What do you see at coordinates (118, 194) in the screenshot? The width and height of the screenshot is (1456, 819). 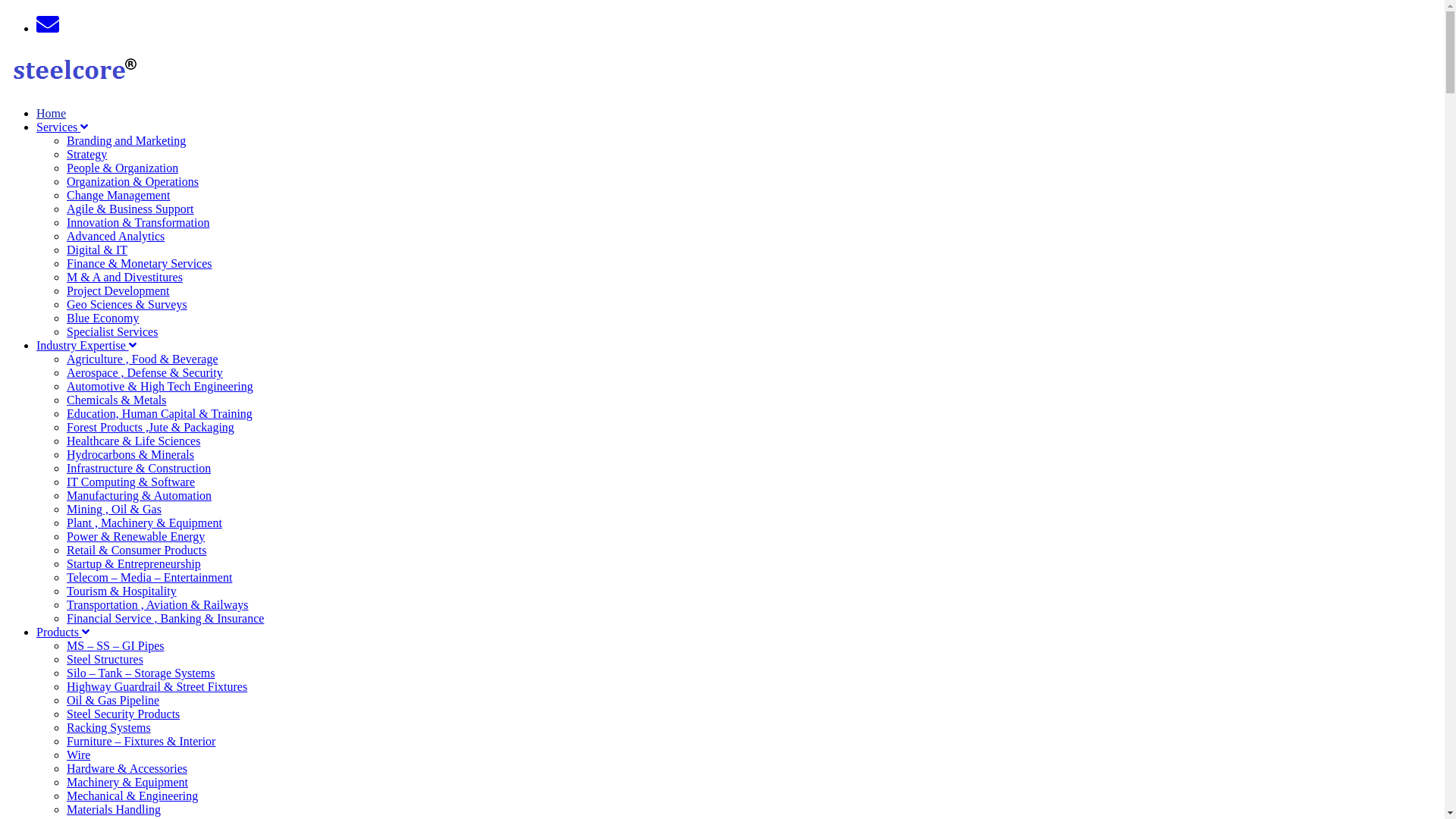 I see `'Change Management'` at bounding box center [118, 194].